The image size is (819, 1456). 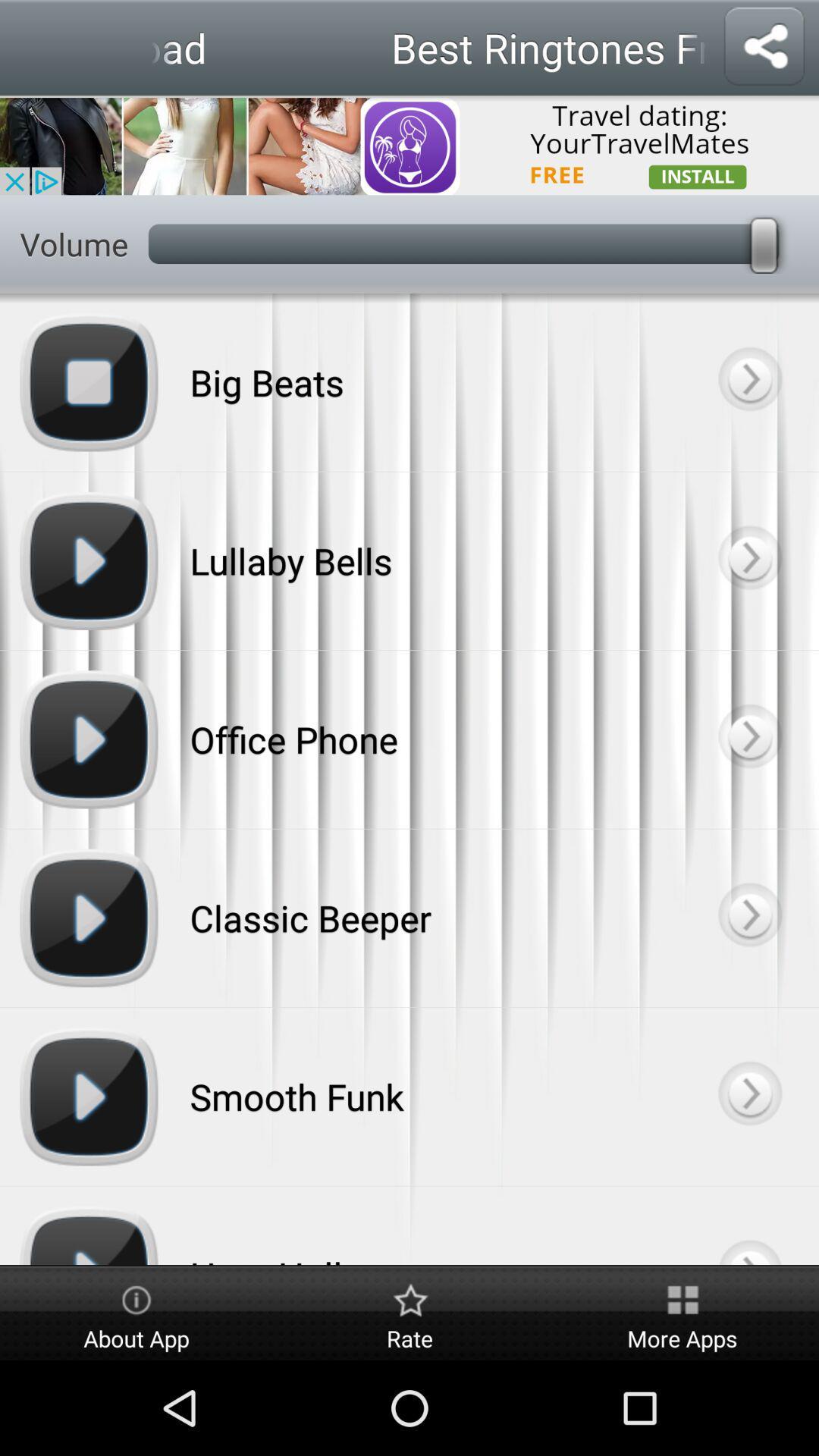 What do you see at coordinates (748, 917) in the screenshot?
I see `the audio` at bounding box center [748, 917].